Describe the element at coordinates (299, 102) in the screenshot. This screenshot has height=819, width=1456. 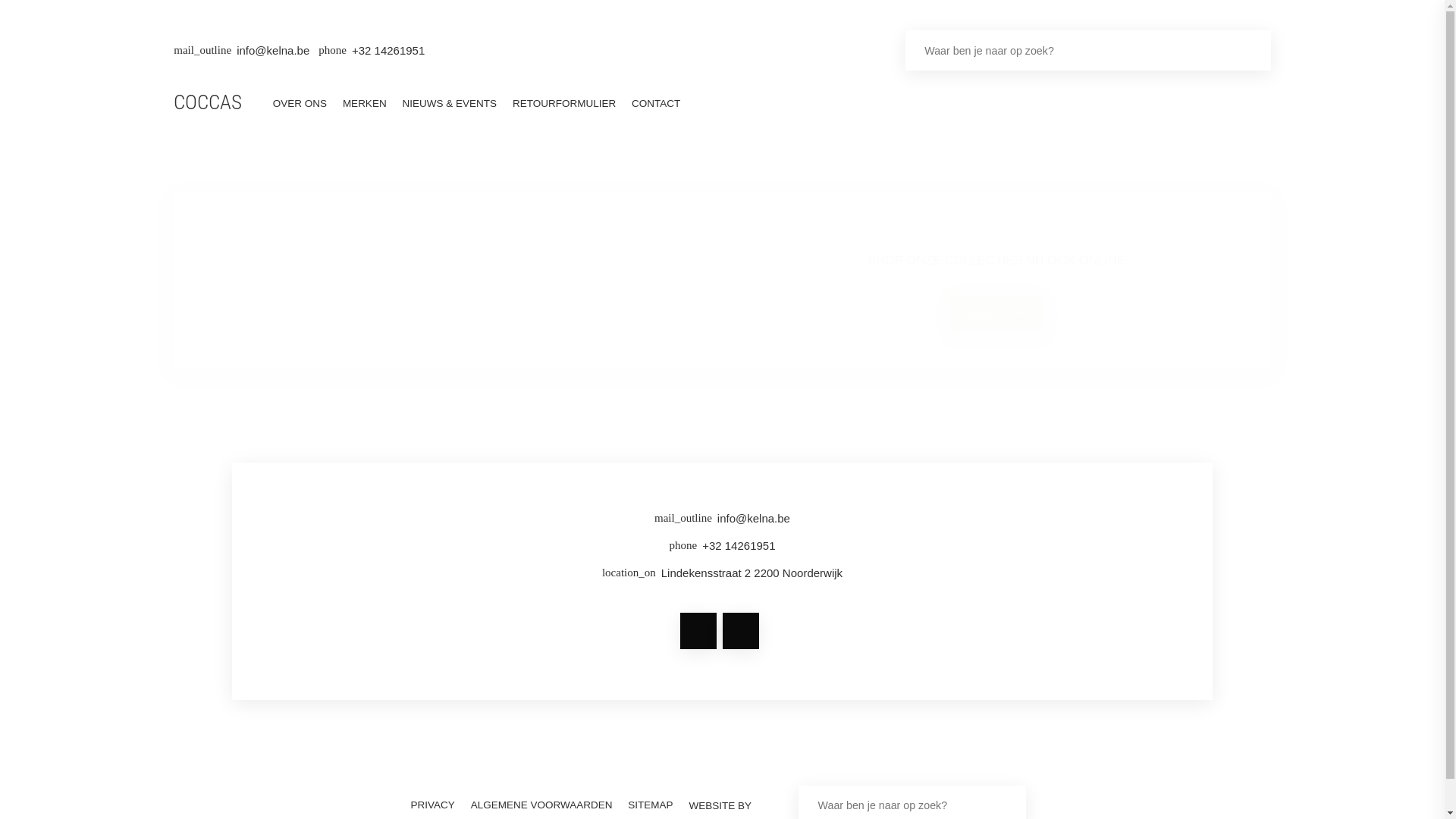
I see `'OVER ONS'` at that location.